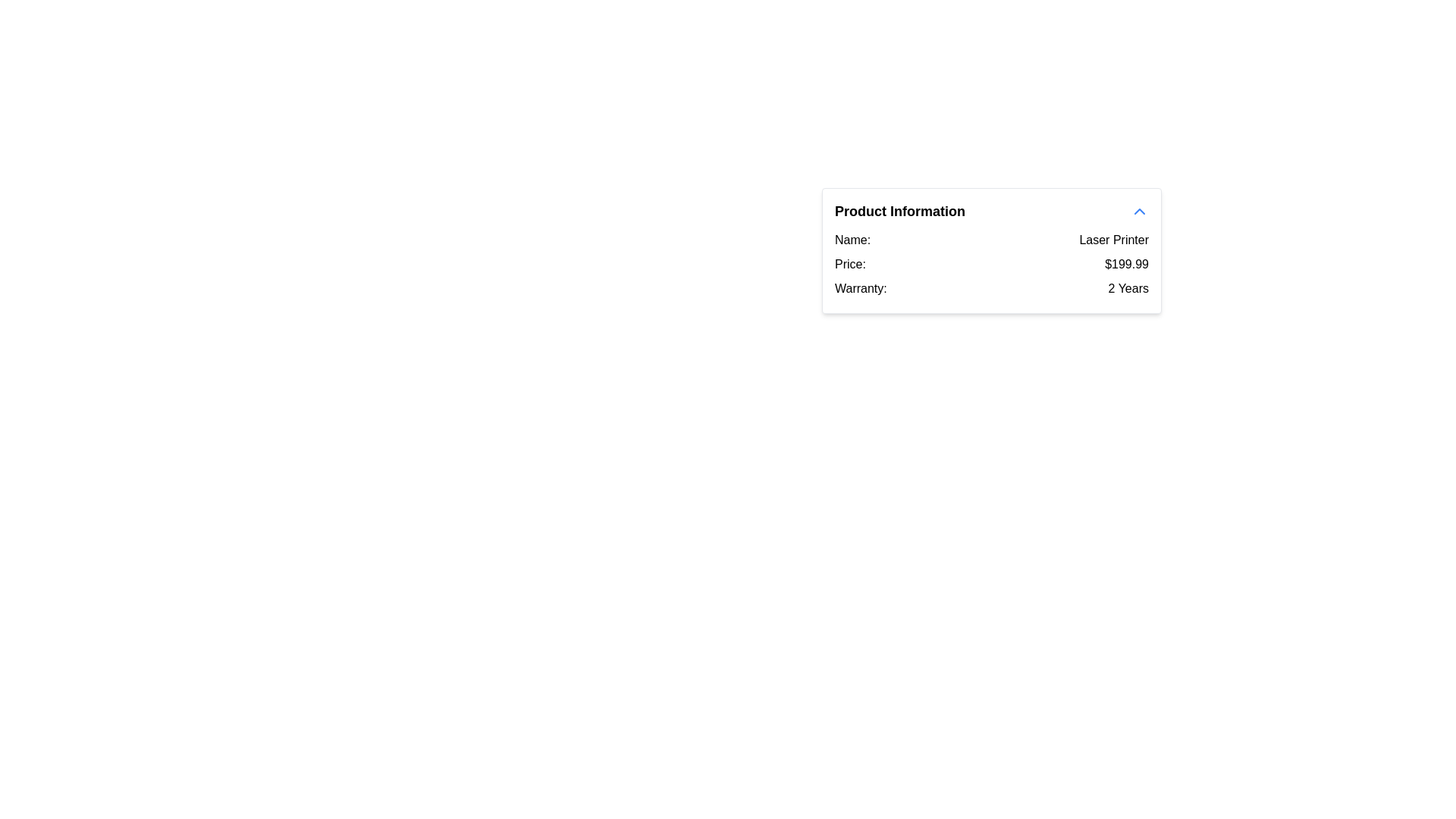 Image resolution: width=1456 pixels, height=819 pixels. Describe the element at coordinates (899, 211) in the screenshot. I see `'Product Information' text label which is positioned at the top-left of the product details section, displayed in bold and slightly enlarged font` at that location.